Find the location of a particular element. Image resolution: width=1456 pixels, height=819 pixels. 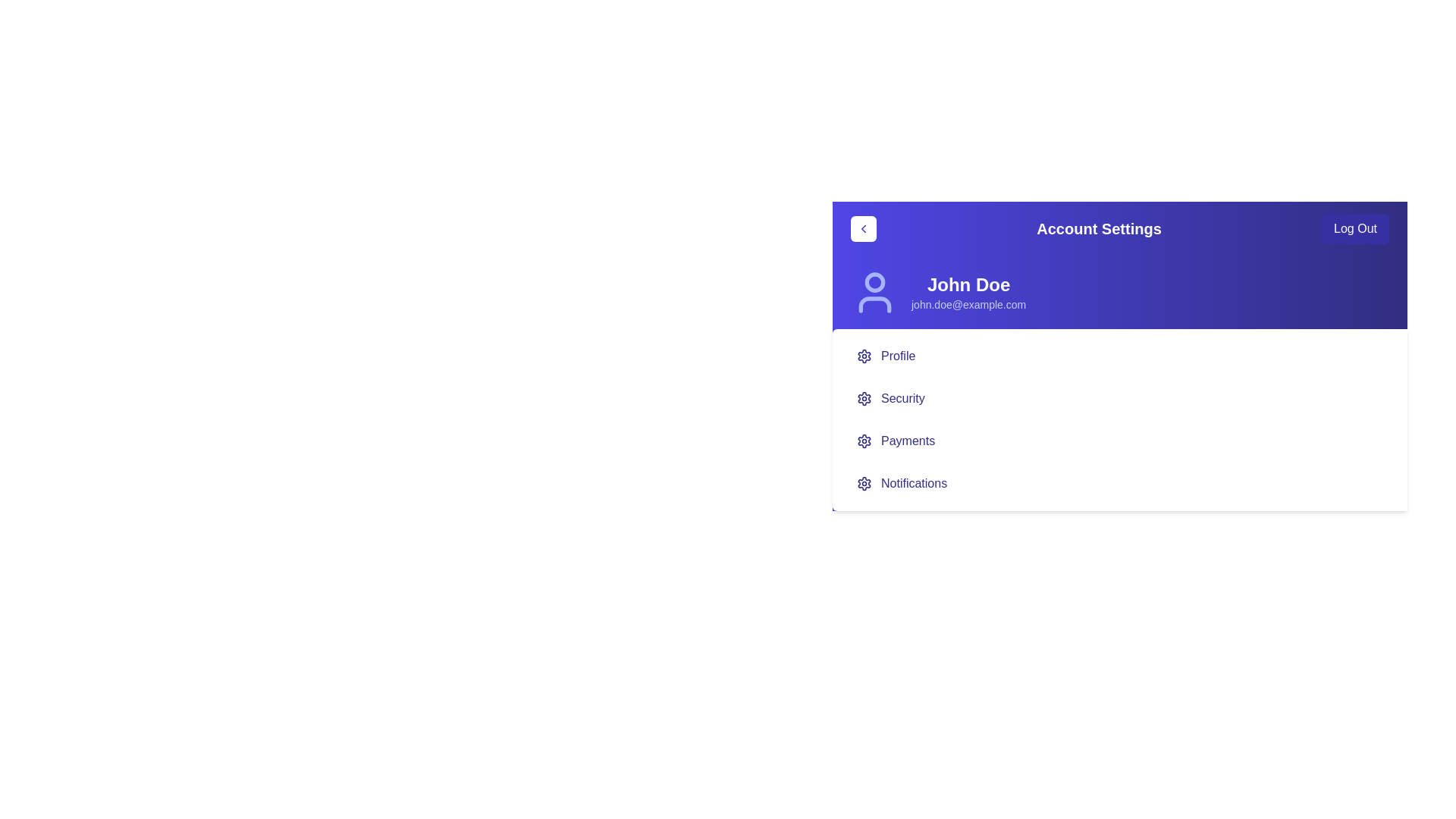

the 'Security' text label in the settings menu is located at coordinates (902, 397).